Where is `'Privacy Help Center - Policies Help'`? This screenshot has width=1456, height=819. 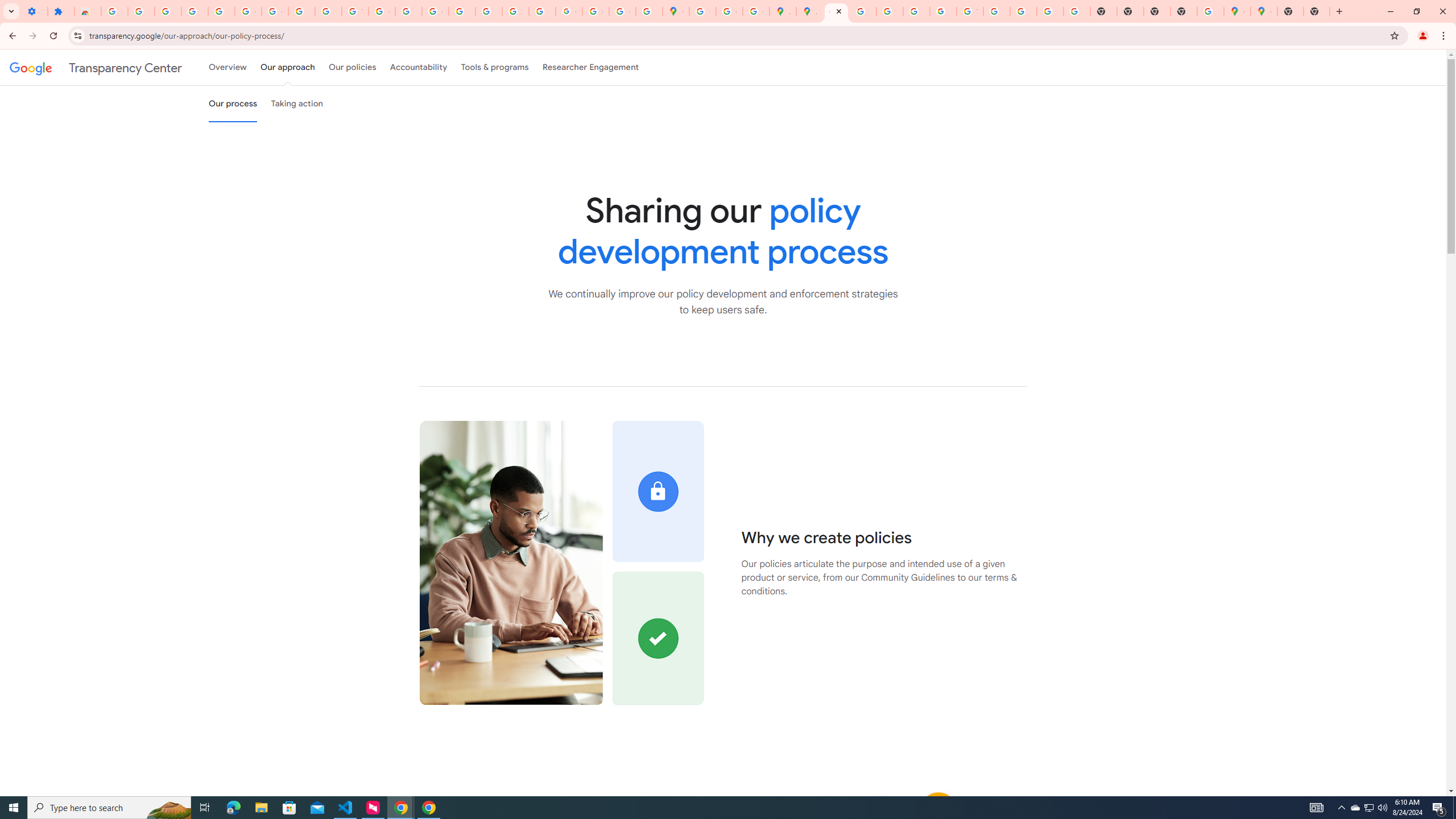 'Privacy Help Center - Policies Help' is located at coordinates (890, 11).